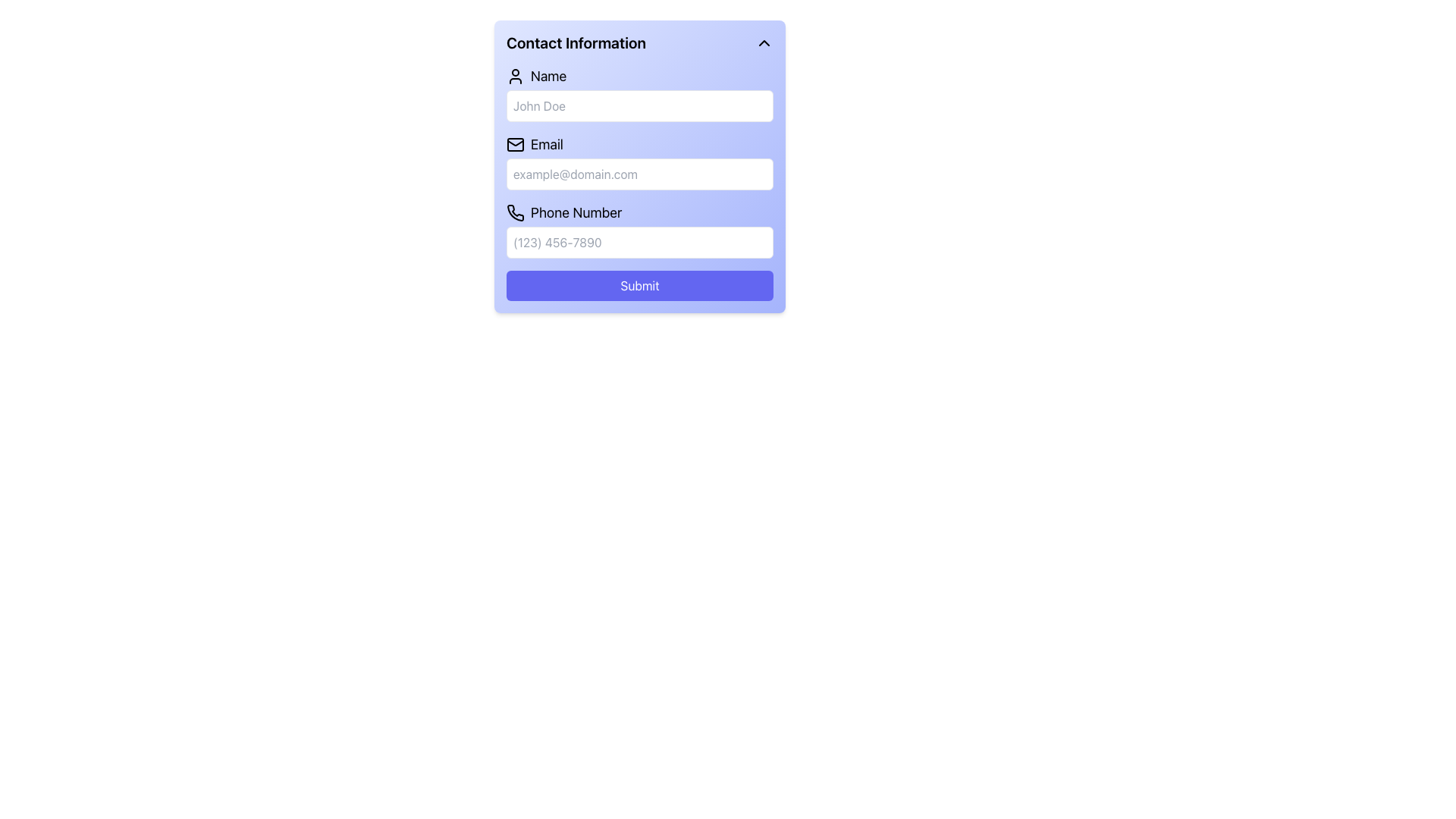  I want to click on text content of the Text Header that displays 'Contact Information' in bold on a light purple background, so click(575, 42).